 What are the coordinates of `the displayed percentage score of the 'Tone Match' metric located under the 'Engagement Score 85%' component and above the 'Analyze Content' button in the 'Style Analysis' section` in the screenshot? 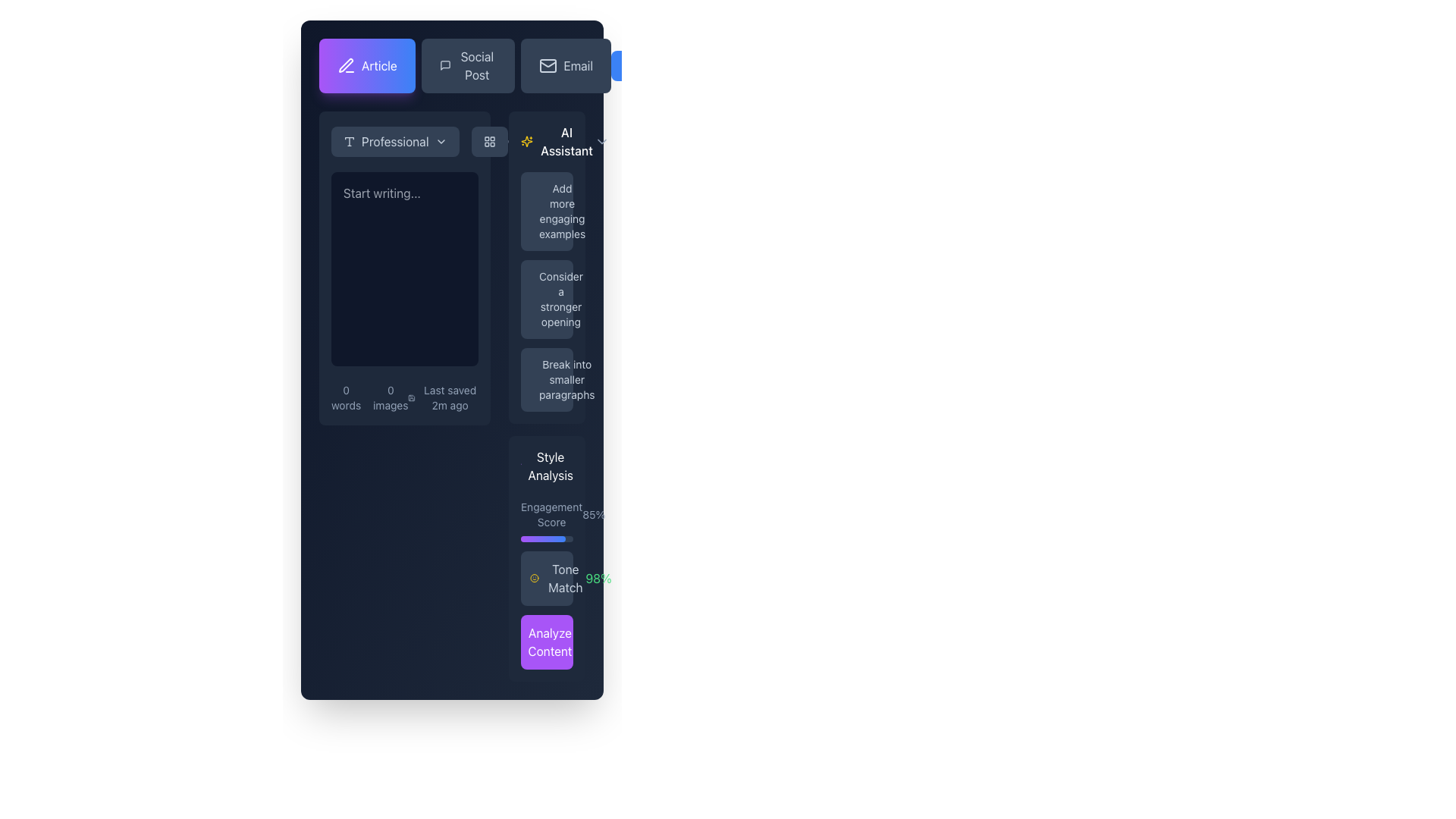 It's located at (546, 579).